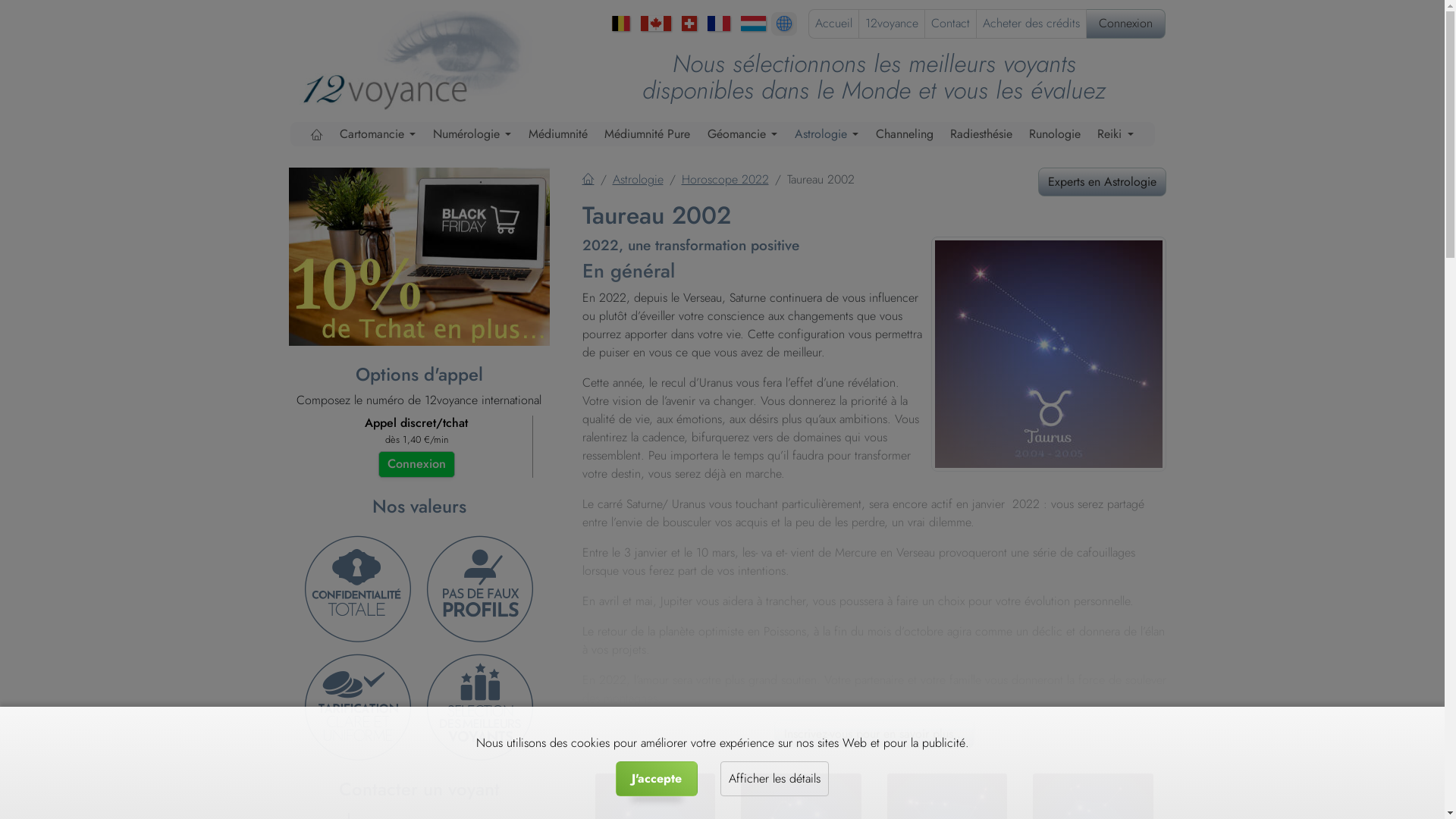 Image resolution: width=1456 pixels, height=819 pixels. Describe the element at coordinates (949, 23) in the screenshot. I see `'Contact'` at that location.